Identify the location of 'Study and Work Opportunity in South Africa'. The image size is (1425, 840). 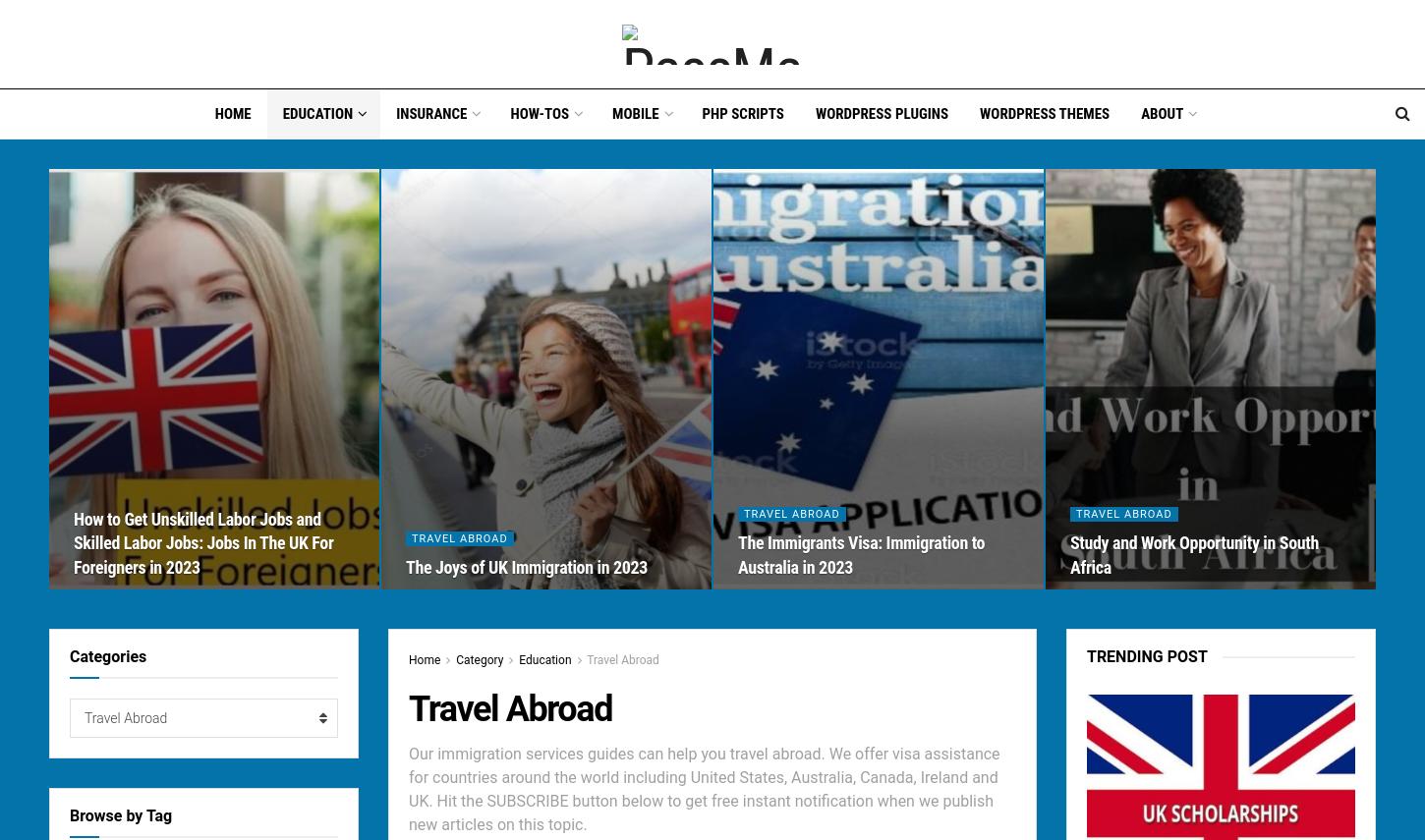
(1193, 553).